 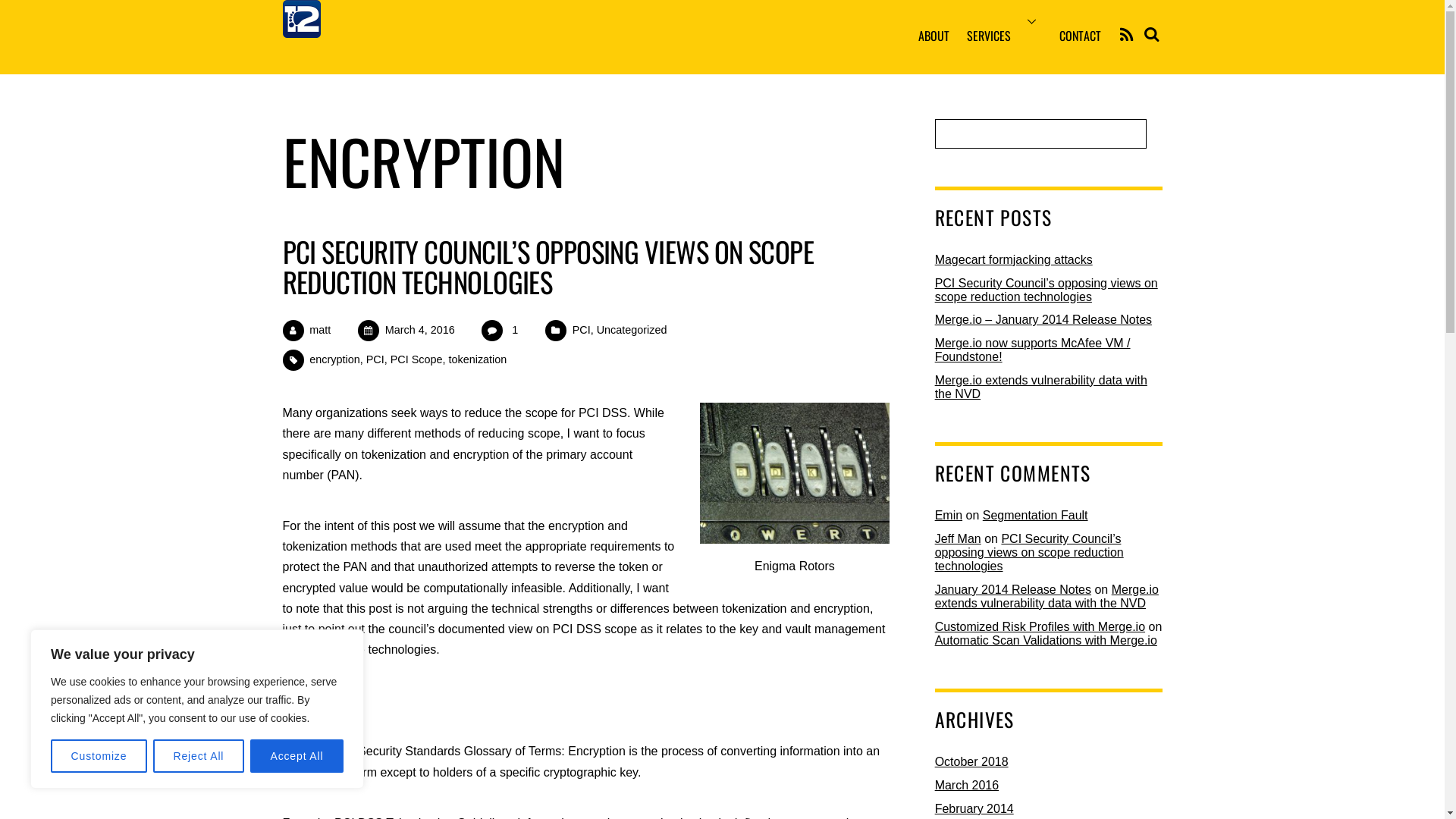 What do you see at coordinates (1039, 626) in the screenshot?
I see `'Customized Risk Profiles with Merge.io'` at bounding box center [1039, 626].